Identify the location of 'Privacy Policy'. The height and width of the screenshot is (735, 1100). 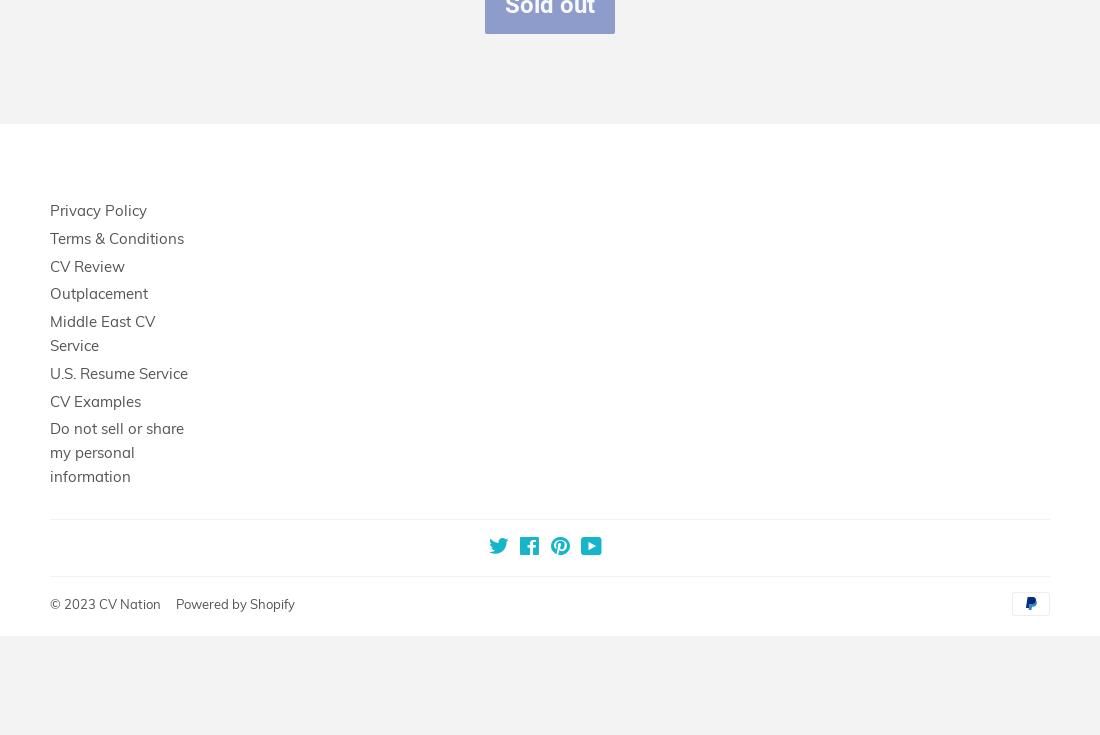
(49, 210).